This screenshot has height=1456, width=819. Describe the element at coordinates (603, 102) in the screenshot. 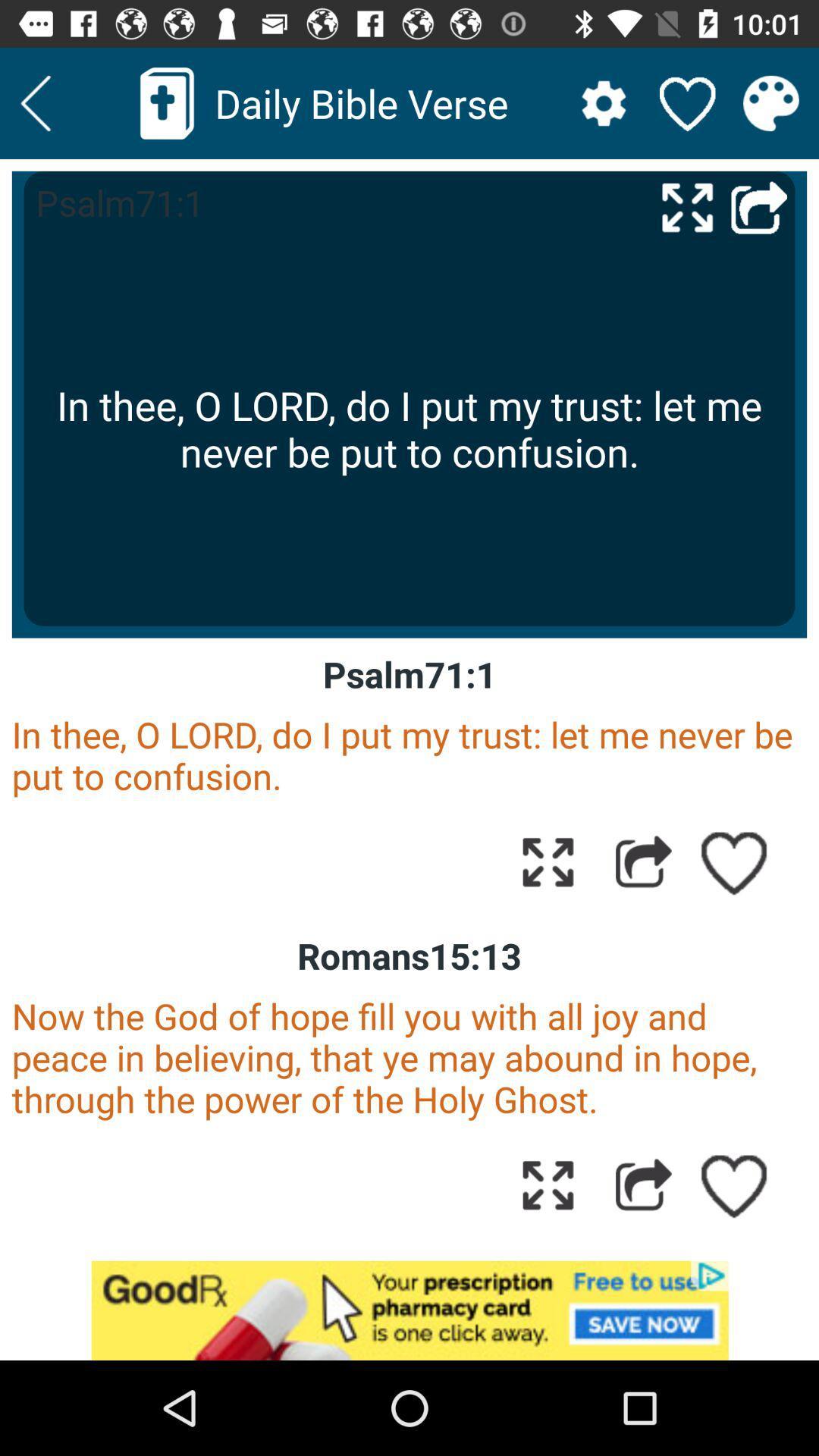

I see `settings tab` at that location.